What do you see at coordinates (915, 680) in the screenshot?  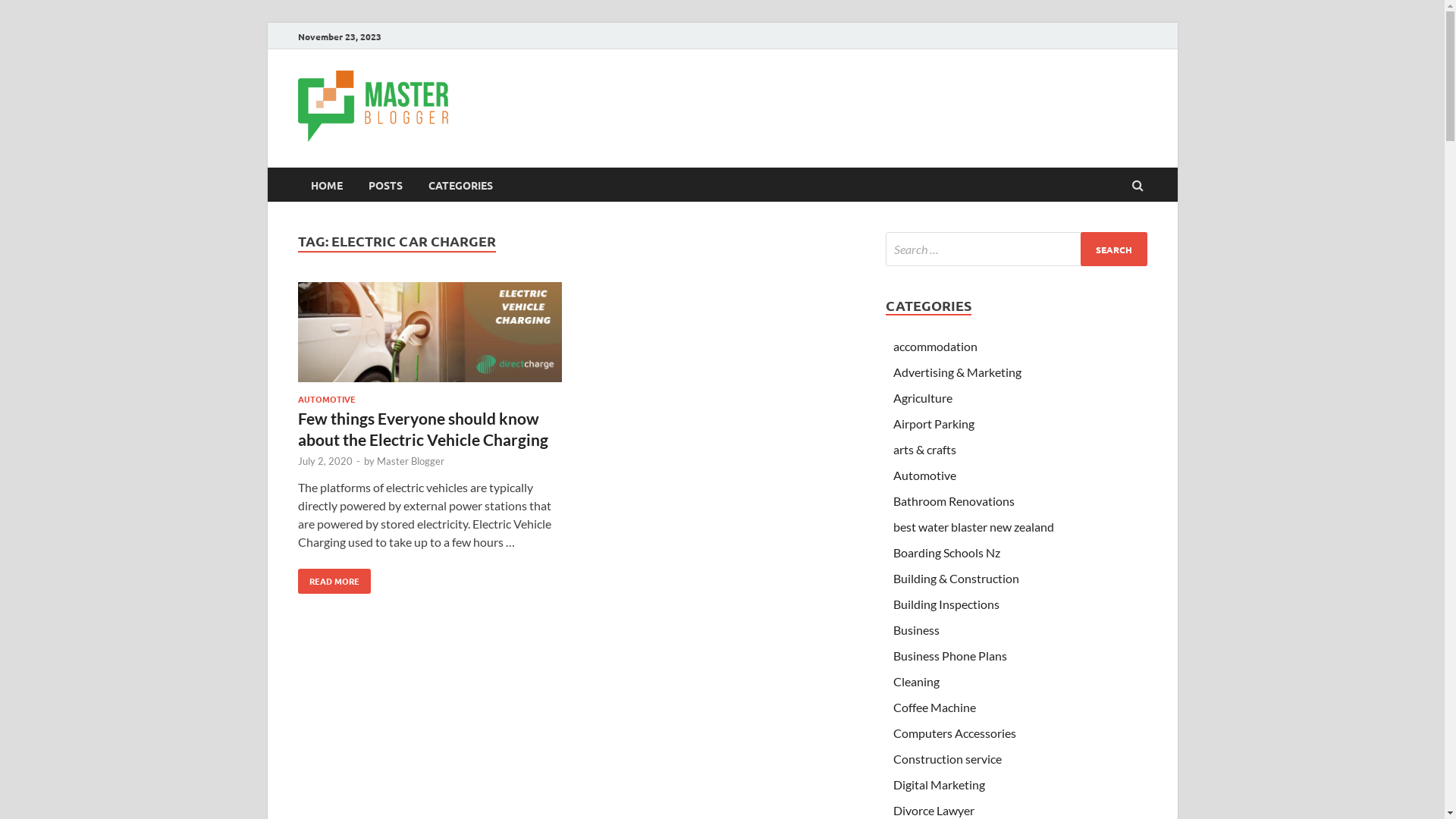 I see `'Cleaning'` at bounding box center [915, 680].